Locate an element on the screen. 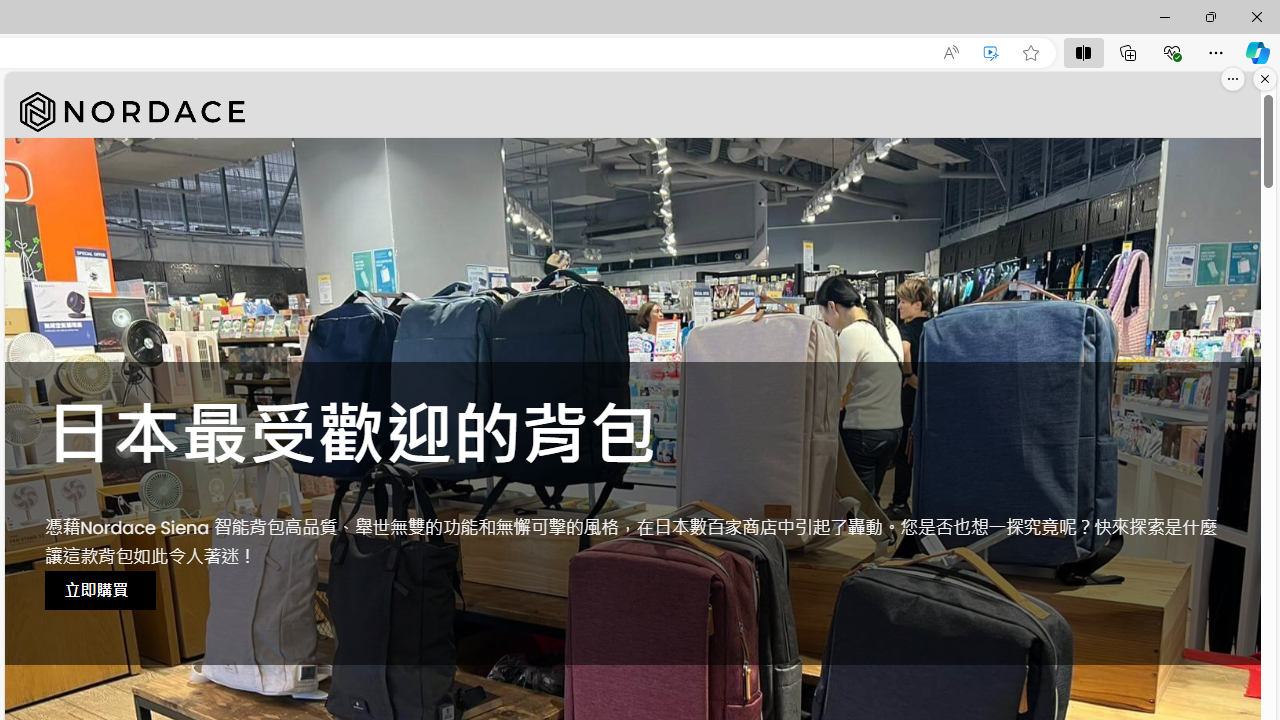 The height and width of the screenshot is (720, 1280). 'Enhance video' is located at coordinates (991, 52).